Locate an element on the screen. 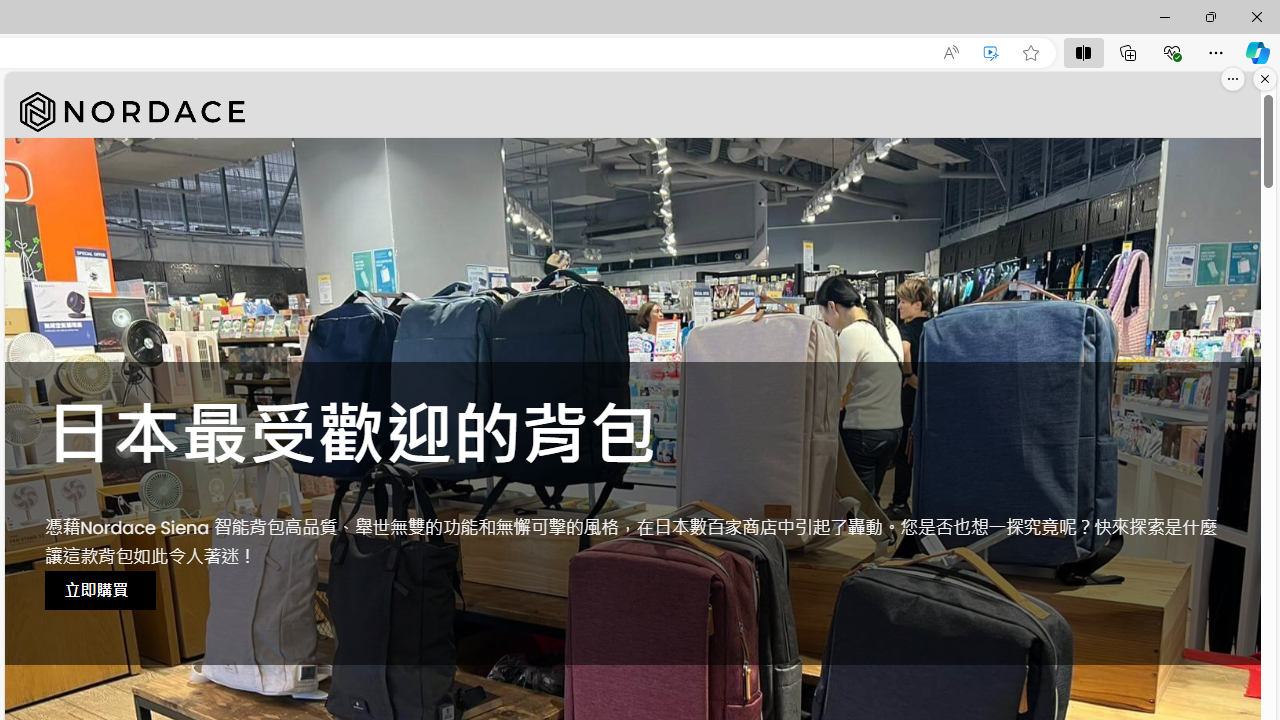 The height and width of the screenshot is (720, 1280). 'Enhance video' is located at coordinates (991, 52).